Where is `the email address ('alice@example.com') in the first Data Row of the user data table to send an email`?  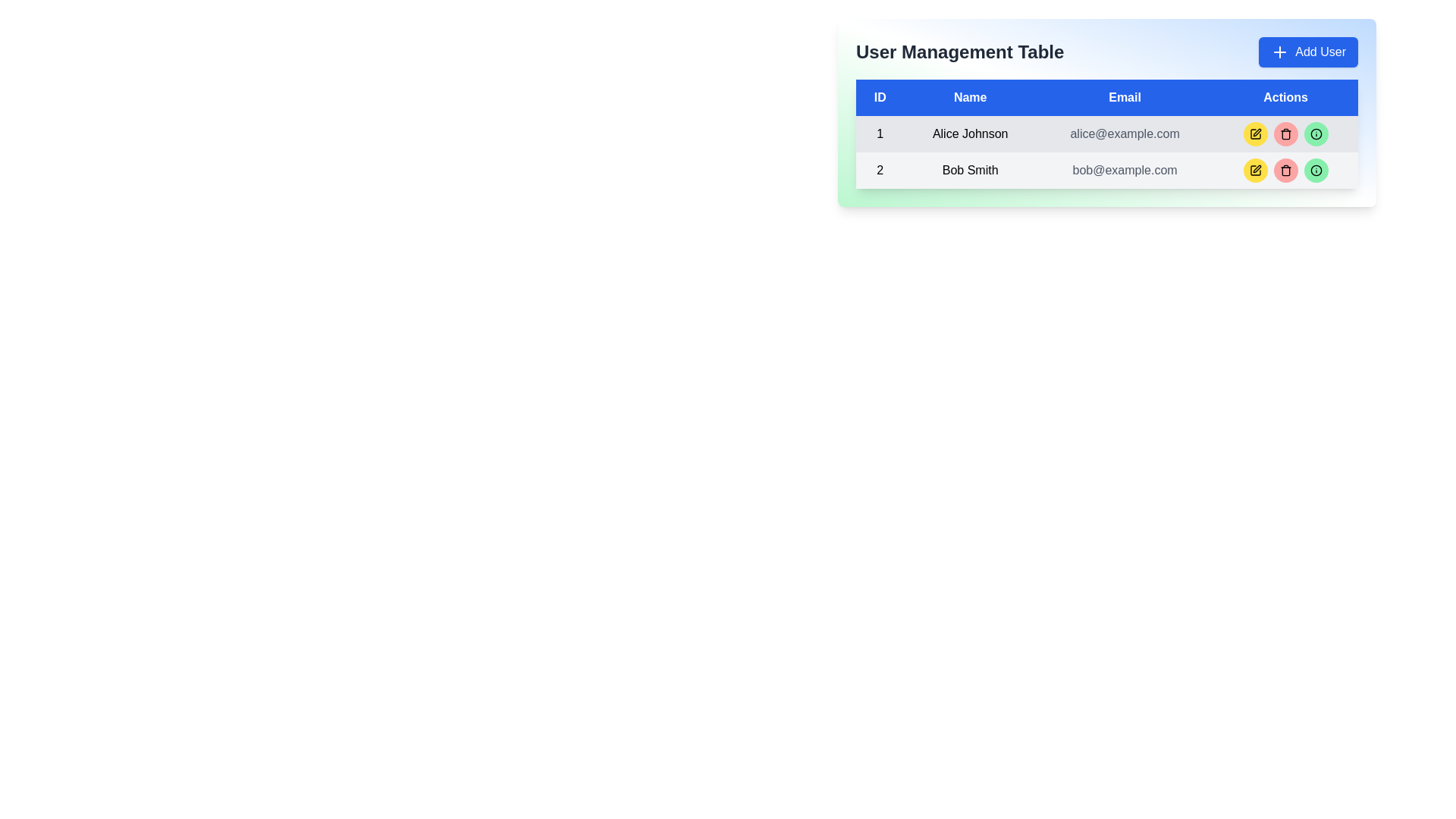 the email address ('alice@example.com') in the first Data Row of the user data table to send an email is located at coordinates (1106, 133).